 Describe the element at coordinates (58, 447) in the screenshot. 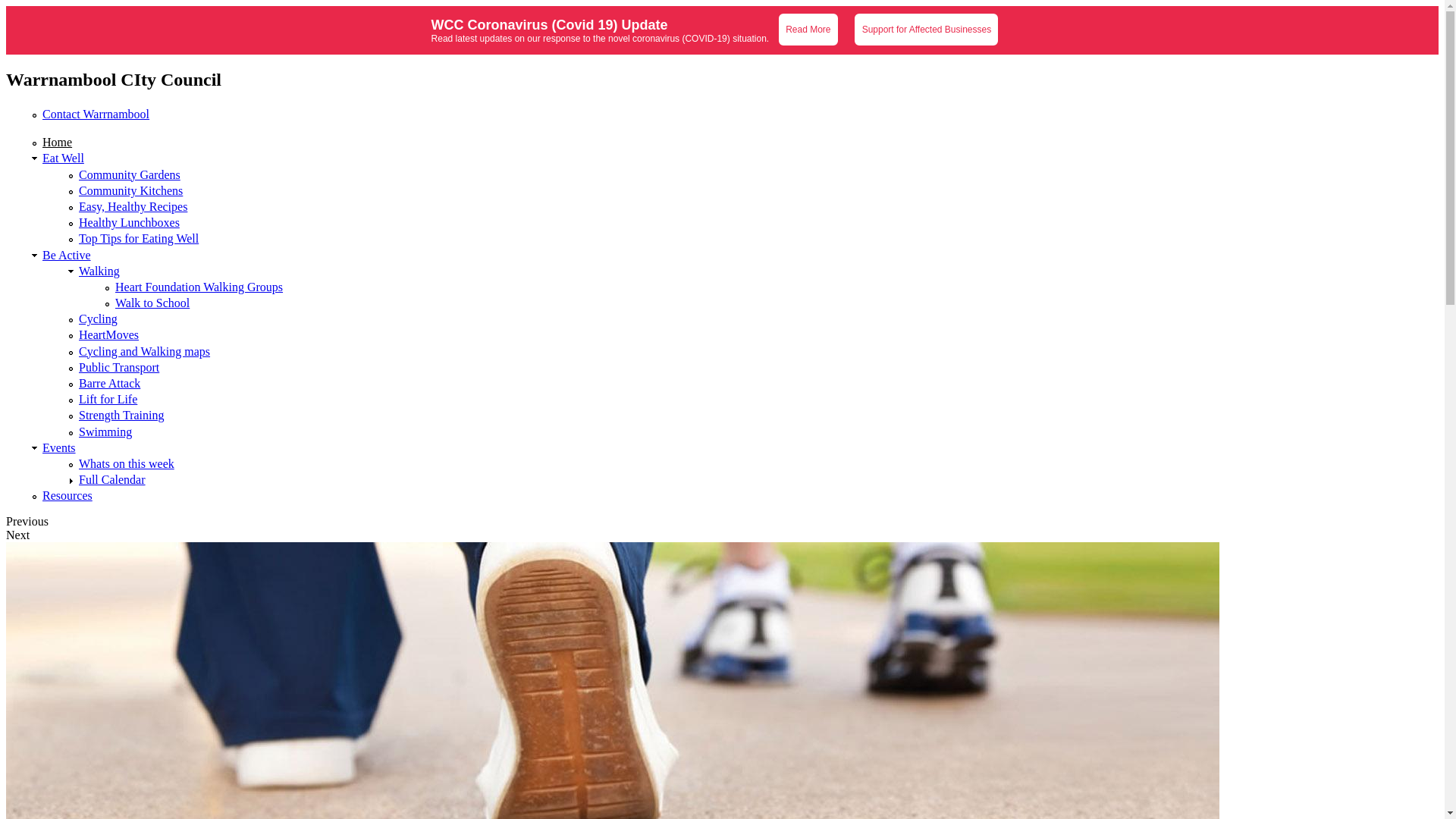

I see `'Events'` at that location.